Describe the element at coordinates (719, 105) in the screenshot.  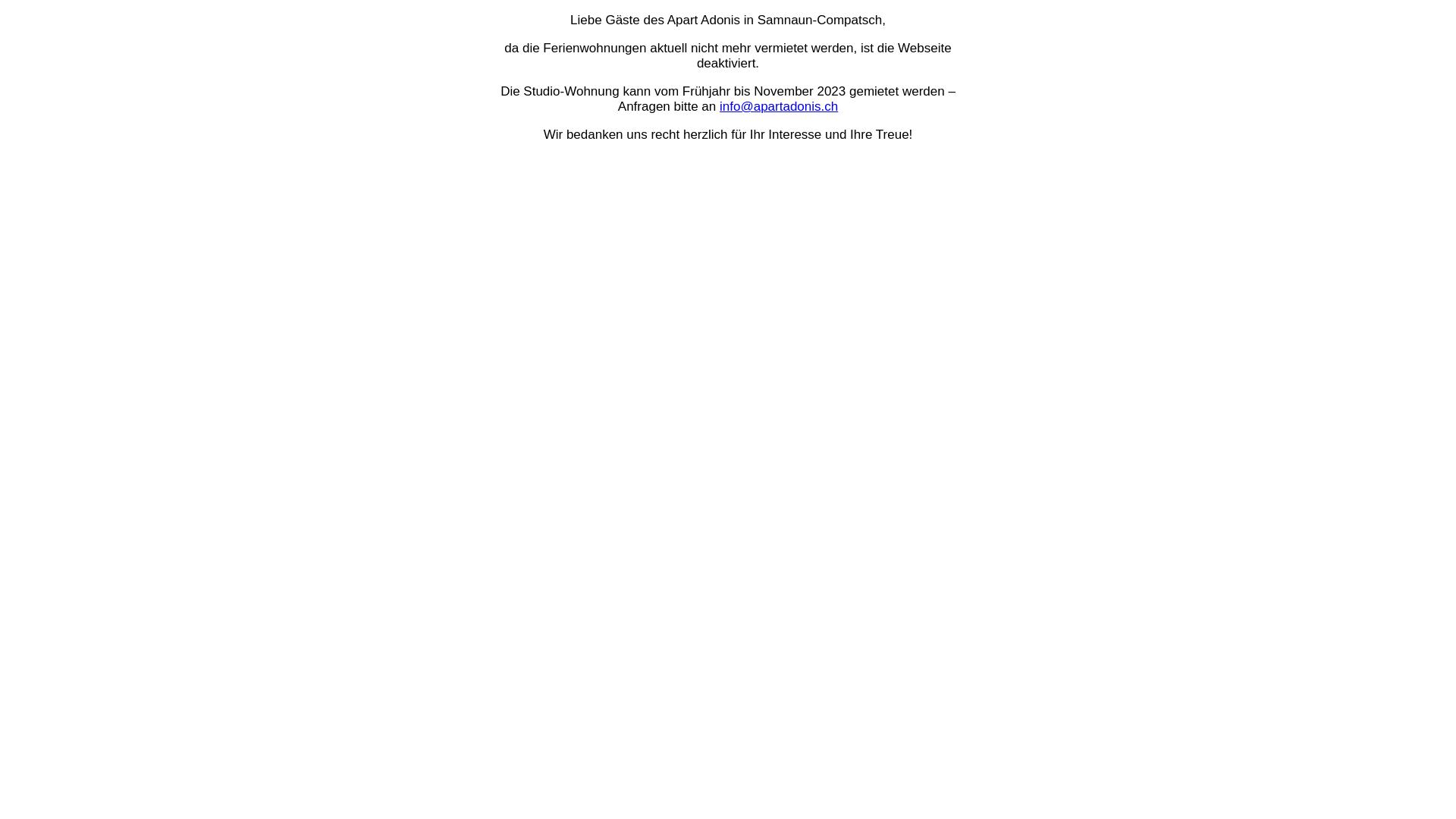
I see `'info@apartadonis.ch'` at that location.